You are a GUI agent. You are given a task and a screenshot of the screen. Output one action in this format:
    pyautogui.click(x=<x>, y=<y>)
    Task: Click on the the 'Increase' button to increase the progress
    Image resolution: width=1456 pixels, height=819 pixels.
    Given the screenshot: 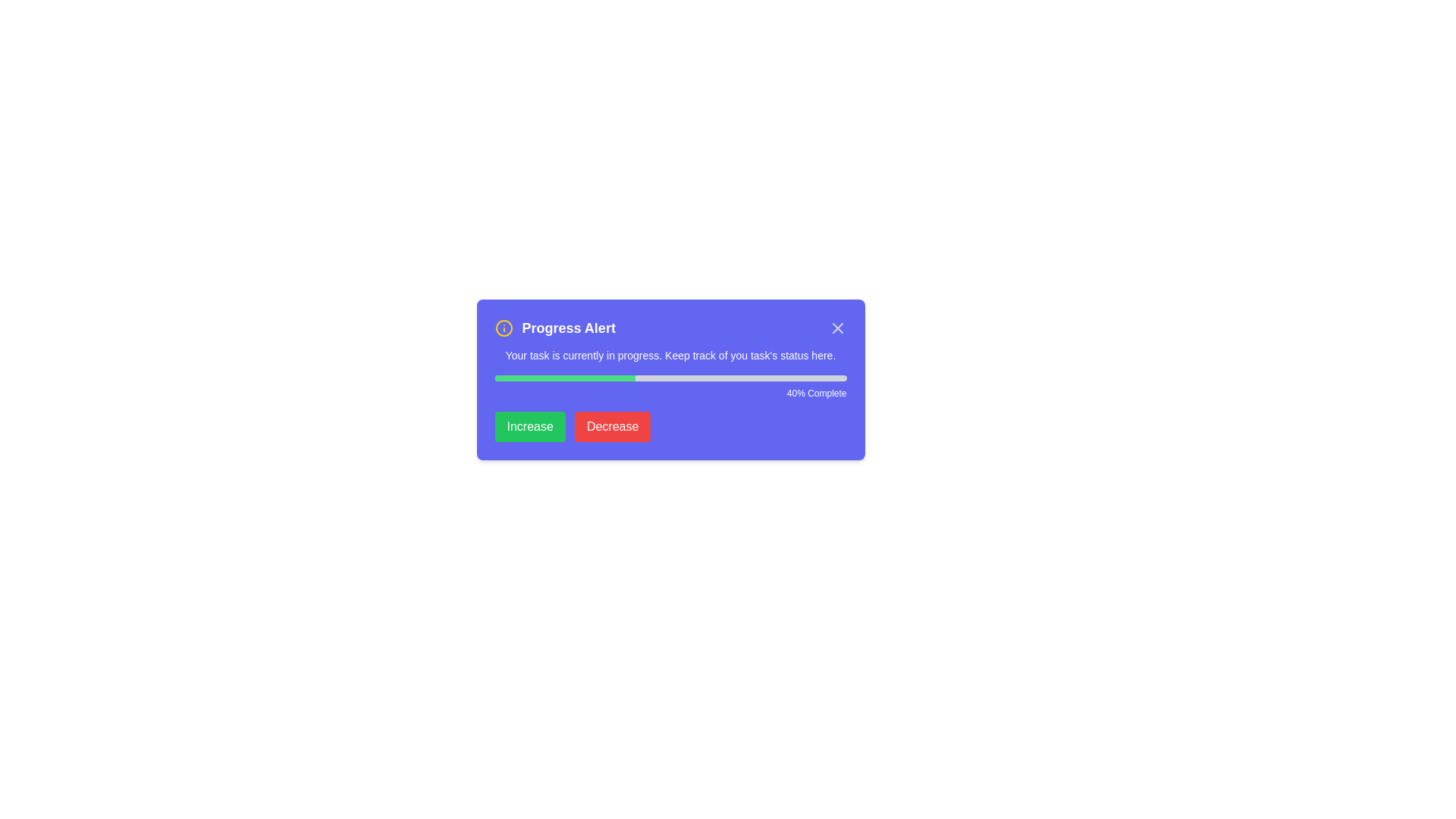 What is the action you would take?
    pyautogui.click(x=530, y=427)
    